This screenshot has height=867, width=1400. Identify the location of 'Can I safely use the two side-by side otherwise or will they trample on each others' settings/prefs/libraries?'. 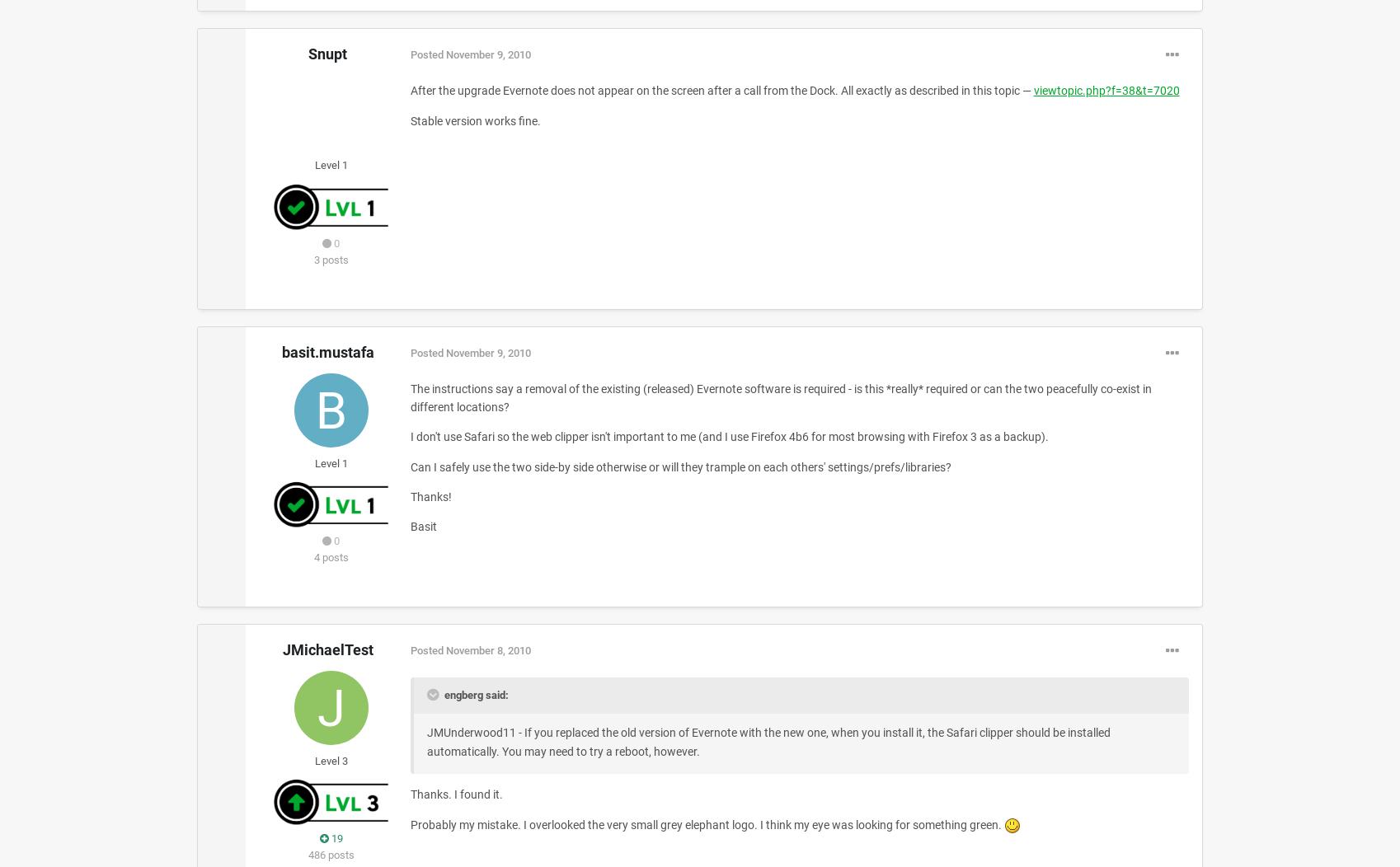
(679, 466).